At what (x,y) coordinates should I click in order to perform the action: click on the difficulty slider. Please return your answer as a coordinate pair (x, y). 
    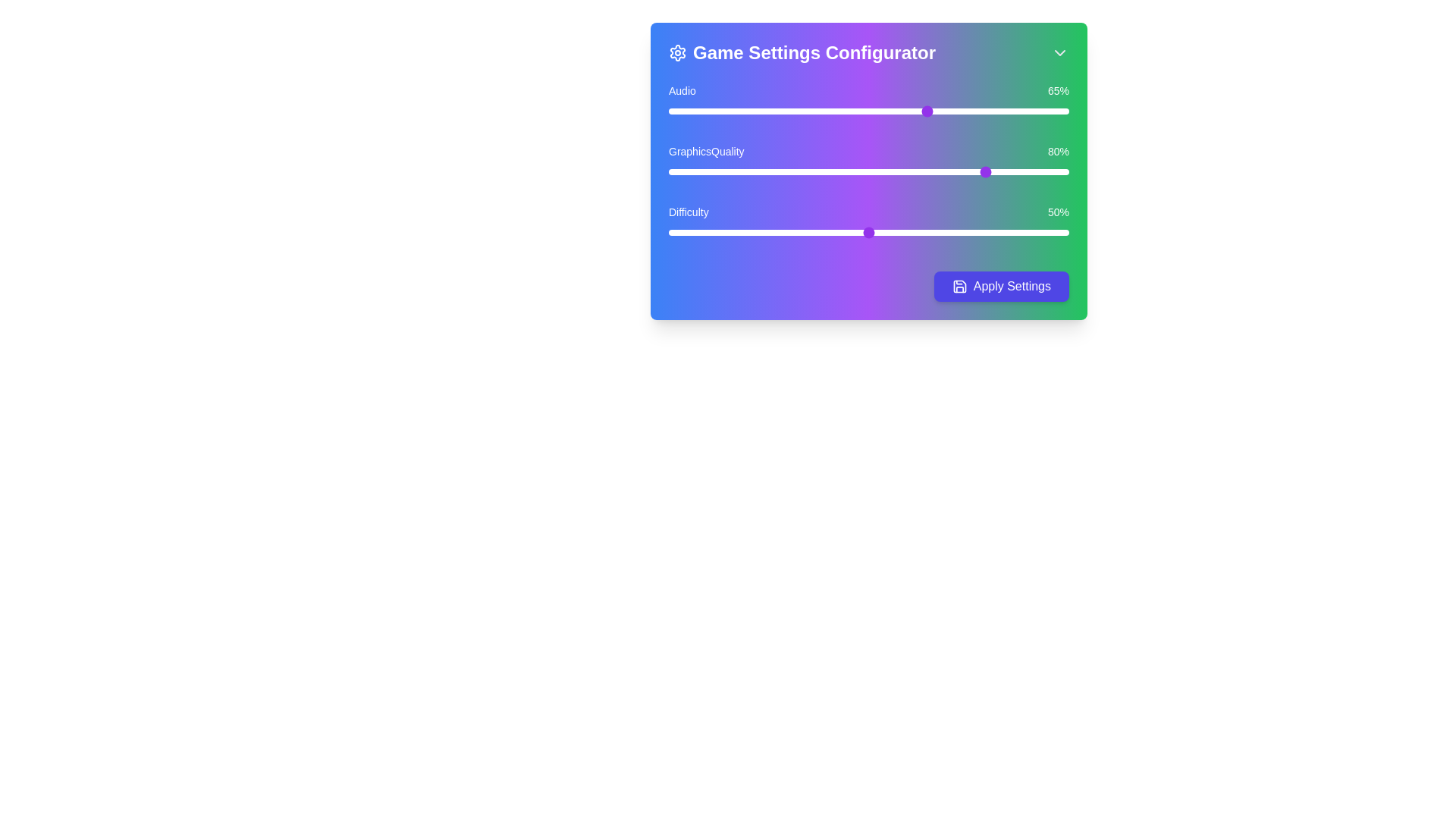
    Looking at the image, I should click on (720, 233).